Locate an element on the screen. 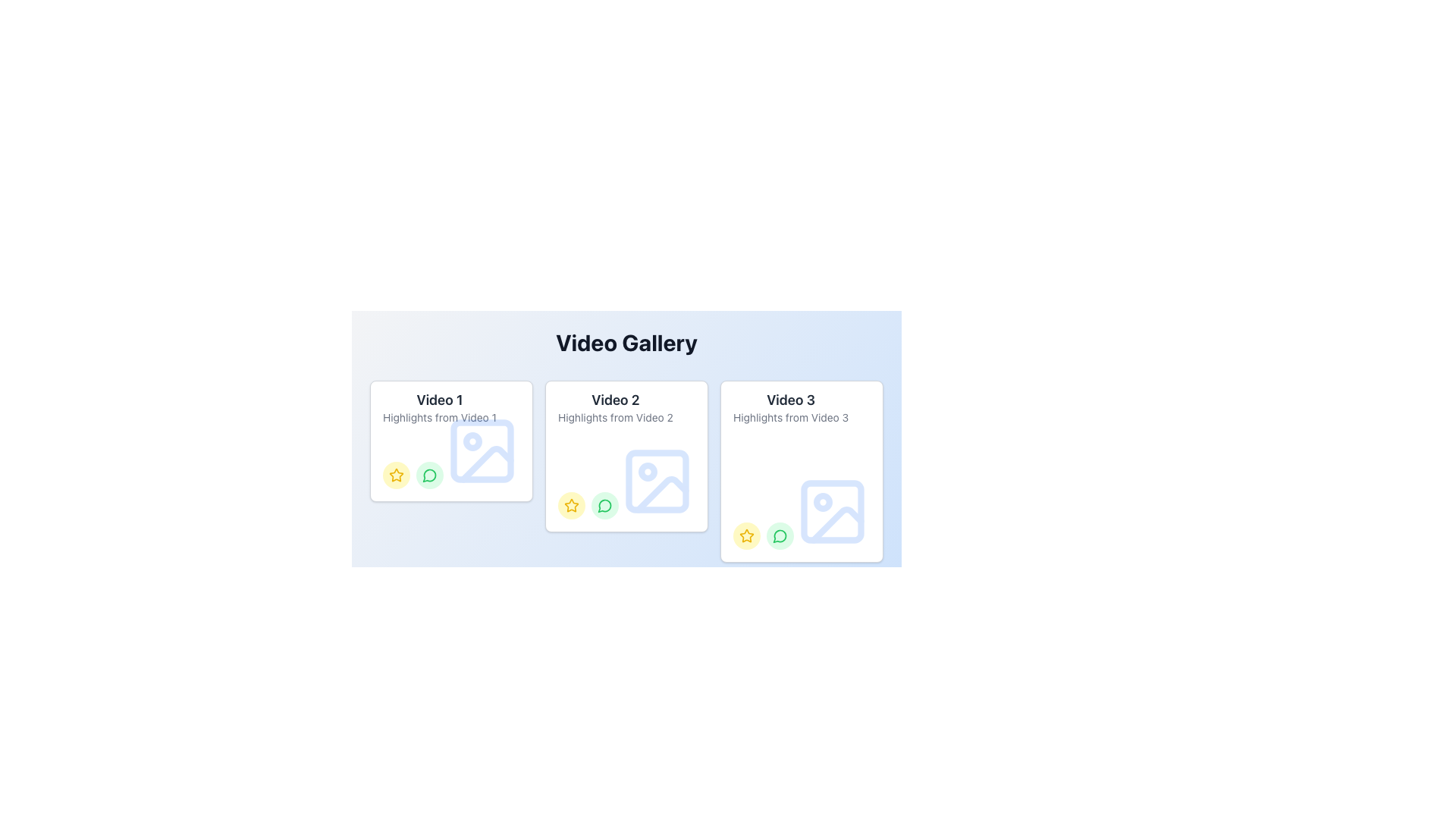  the second text label that provides descriptive information about 'Video 1', which is located immediately below the heading 'Video 1' in the leftmost video card of the grid is located at coordinates (439, 418).